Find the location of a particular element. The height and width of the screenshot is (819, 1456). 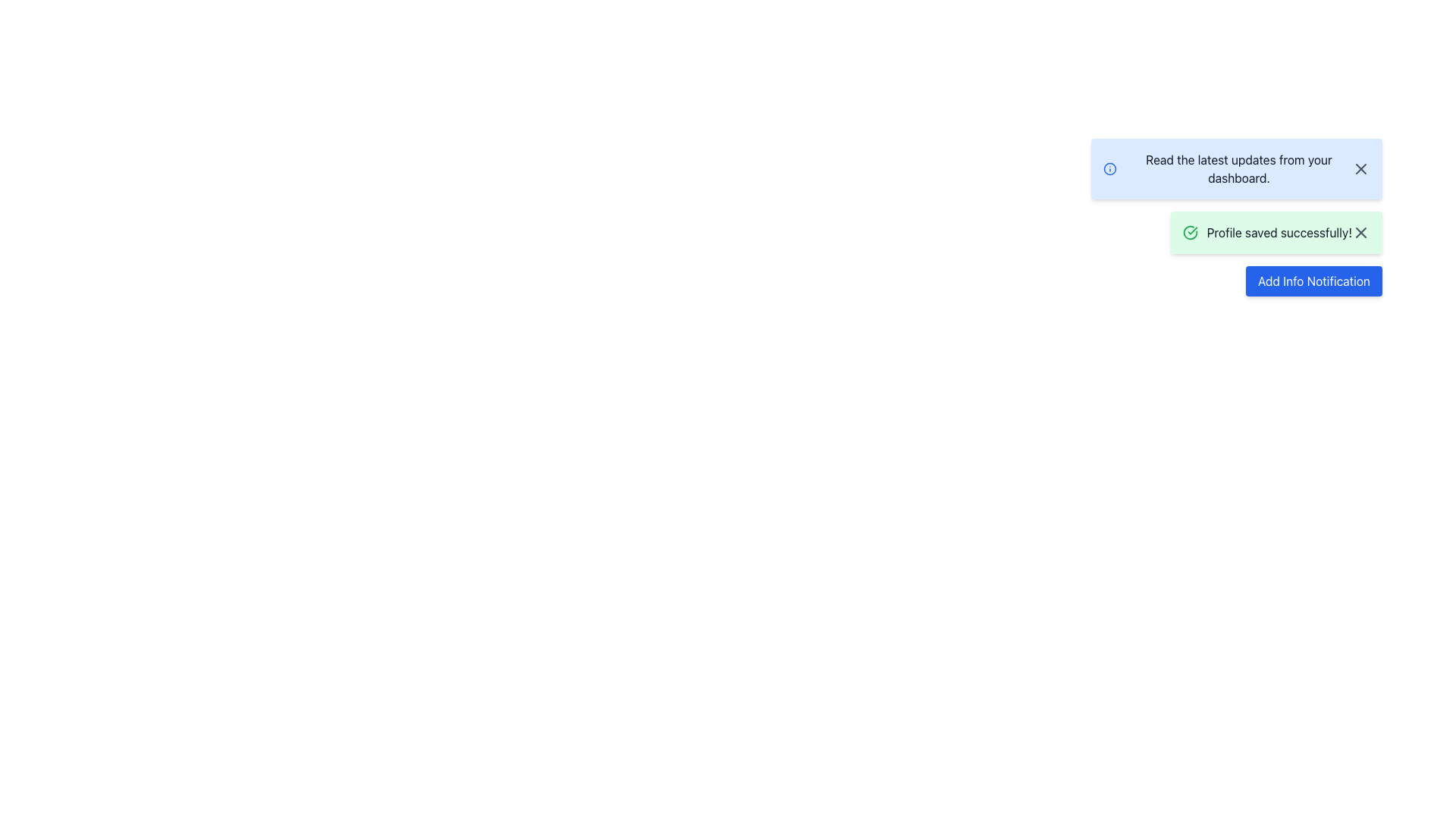

the informational icon located in the blue notification banner at the top right of the interface is located at coordinates (1110, 169).